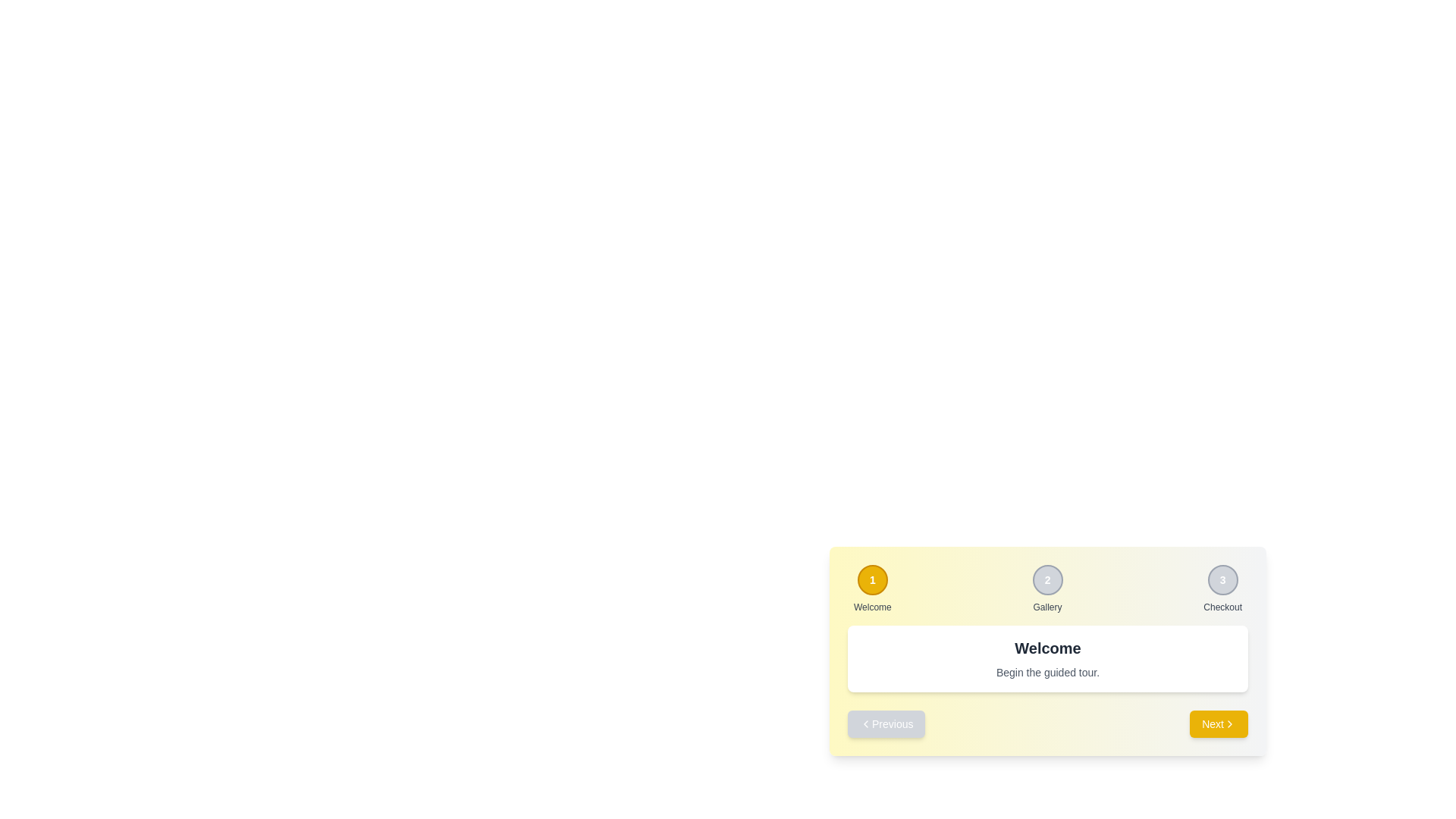 This screenshot has width=1456, height=819. I want to click on the 'Welcome' label, which is a small, light gray text component located beneath a circular yellow icon with the number '1', in the top-left corner of the navigational panel, so click(872, 607).